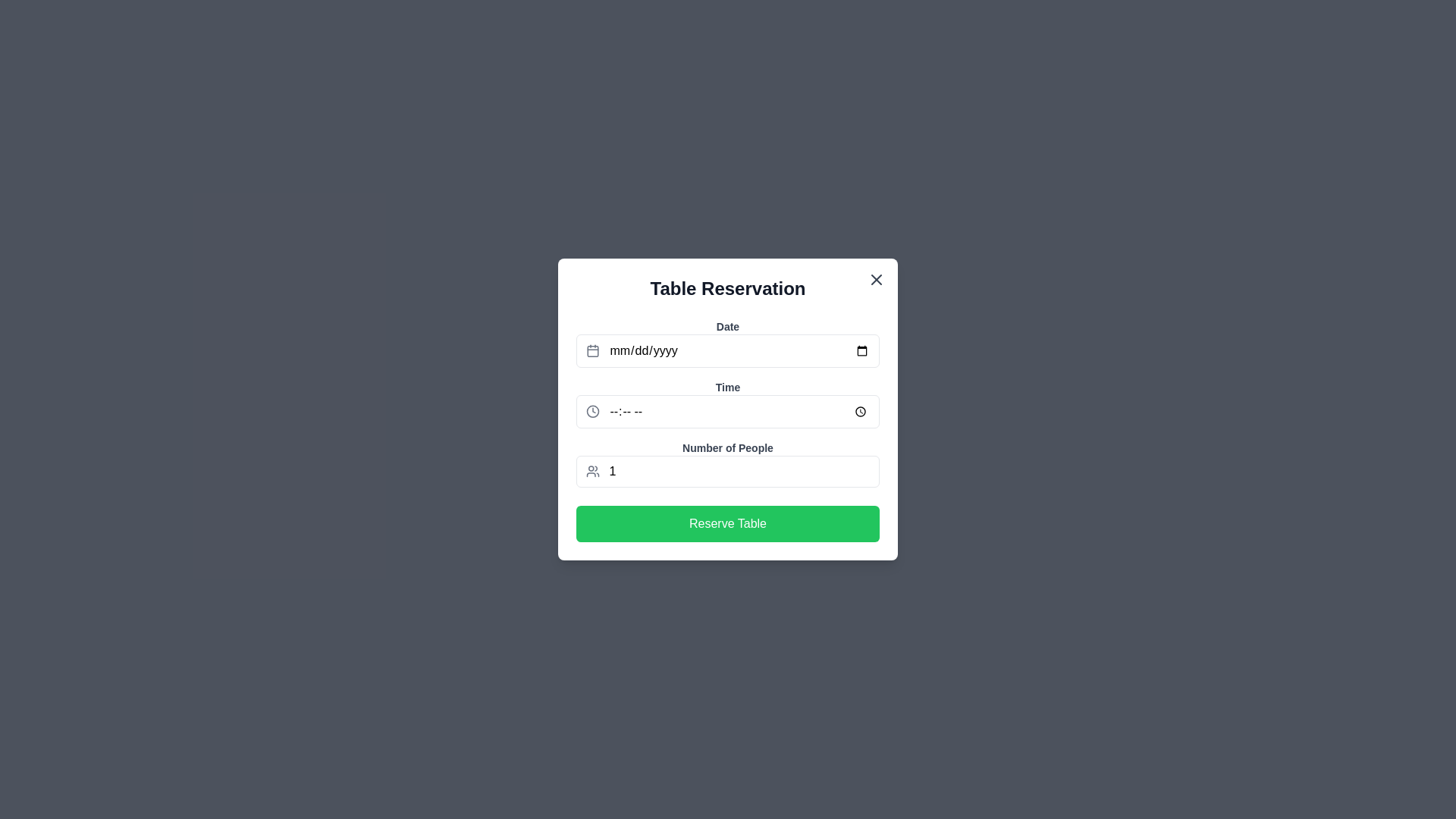 This screenshot has height=819, width=1456. What do you see at coordinates (728, 386) in the screenshot?
I see `the 'Time' text label, which is styled with a small font size, semi-bold weight, and gray color, located at the center of the dialog box in the top half` at bounding box center [728, 386].